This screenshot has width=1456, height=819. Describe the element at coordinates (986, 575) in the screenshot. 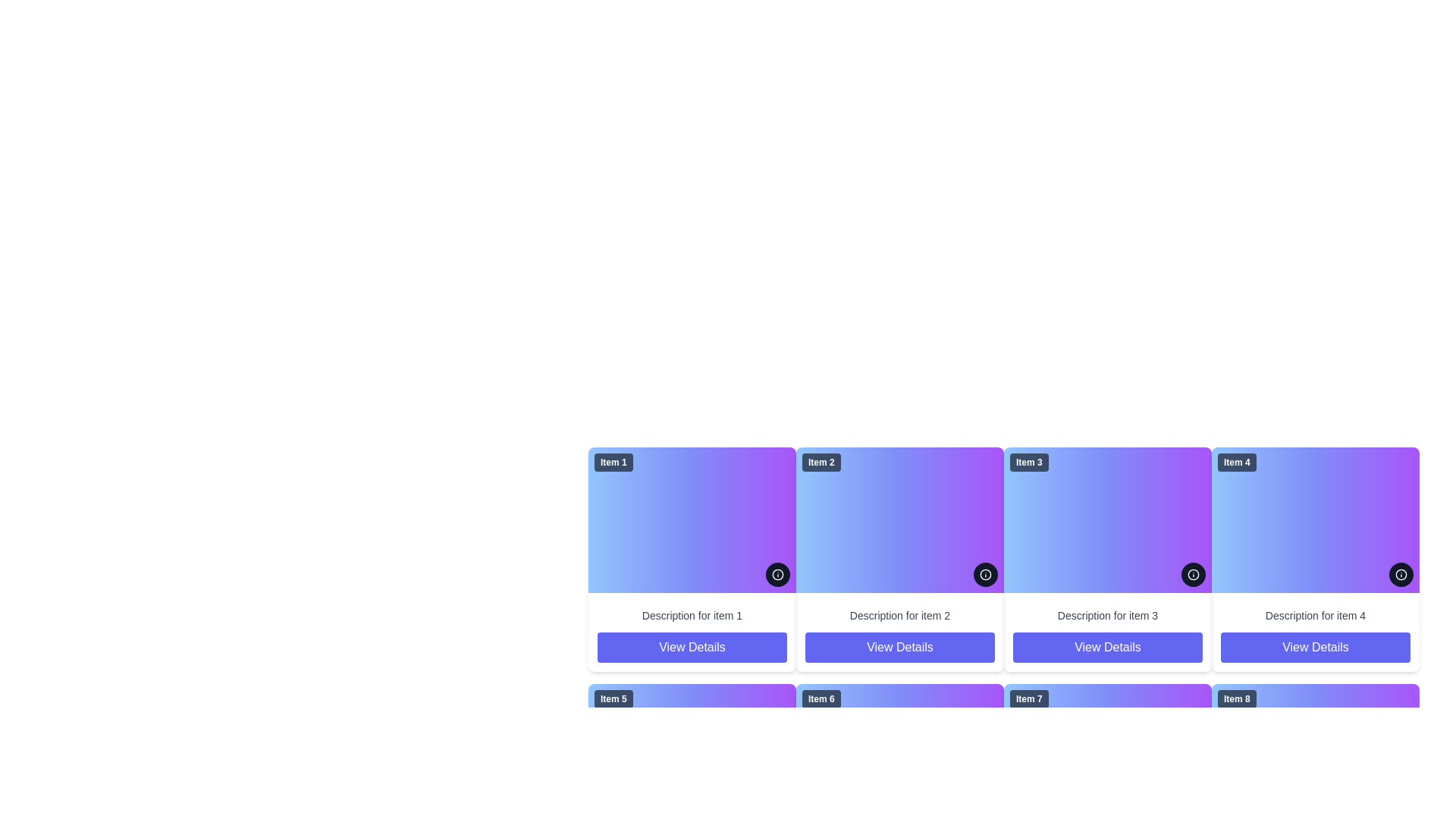

I see `the circular button with a dark background and an information icon located at the bottom-right corner of the card for 'Item 2'` at that location.